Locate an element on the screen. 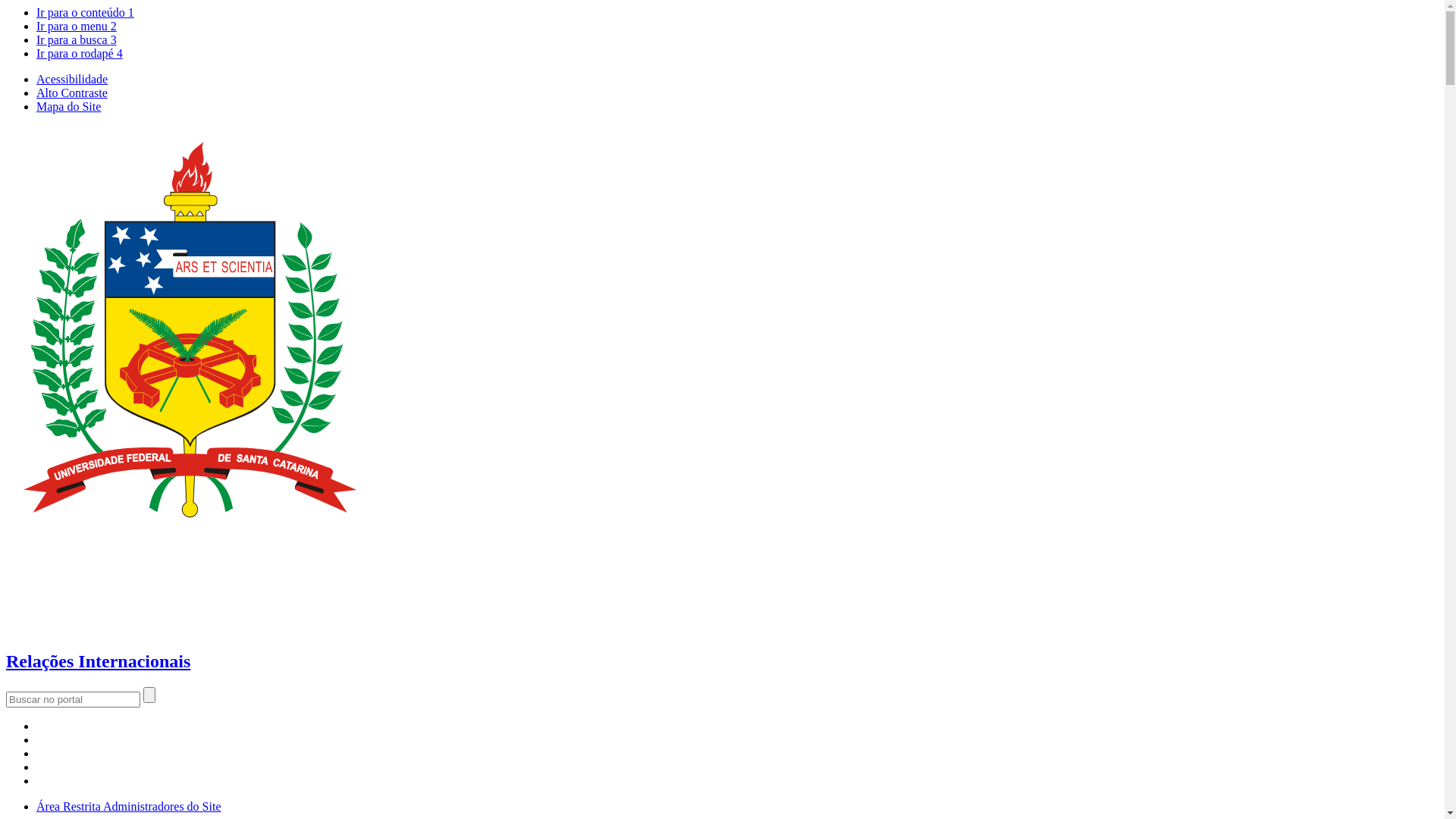 This screenshot has width=1456, height=819. 'Administradores do Site' is located at coordinates (102, 805).